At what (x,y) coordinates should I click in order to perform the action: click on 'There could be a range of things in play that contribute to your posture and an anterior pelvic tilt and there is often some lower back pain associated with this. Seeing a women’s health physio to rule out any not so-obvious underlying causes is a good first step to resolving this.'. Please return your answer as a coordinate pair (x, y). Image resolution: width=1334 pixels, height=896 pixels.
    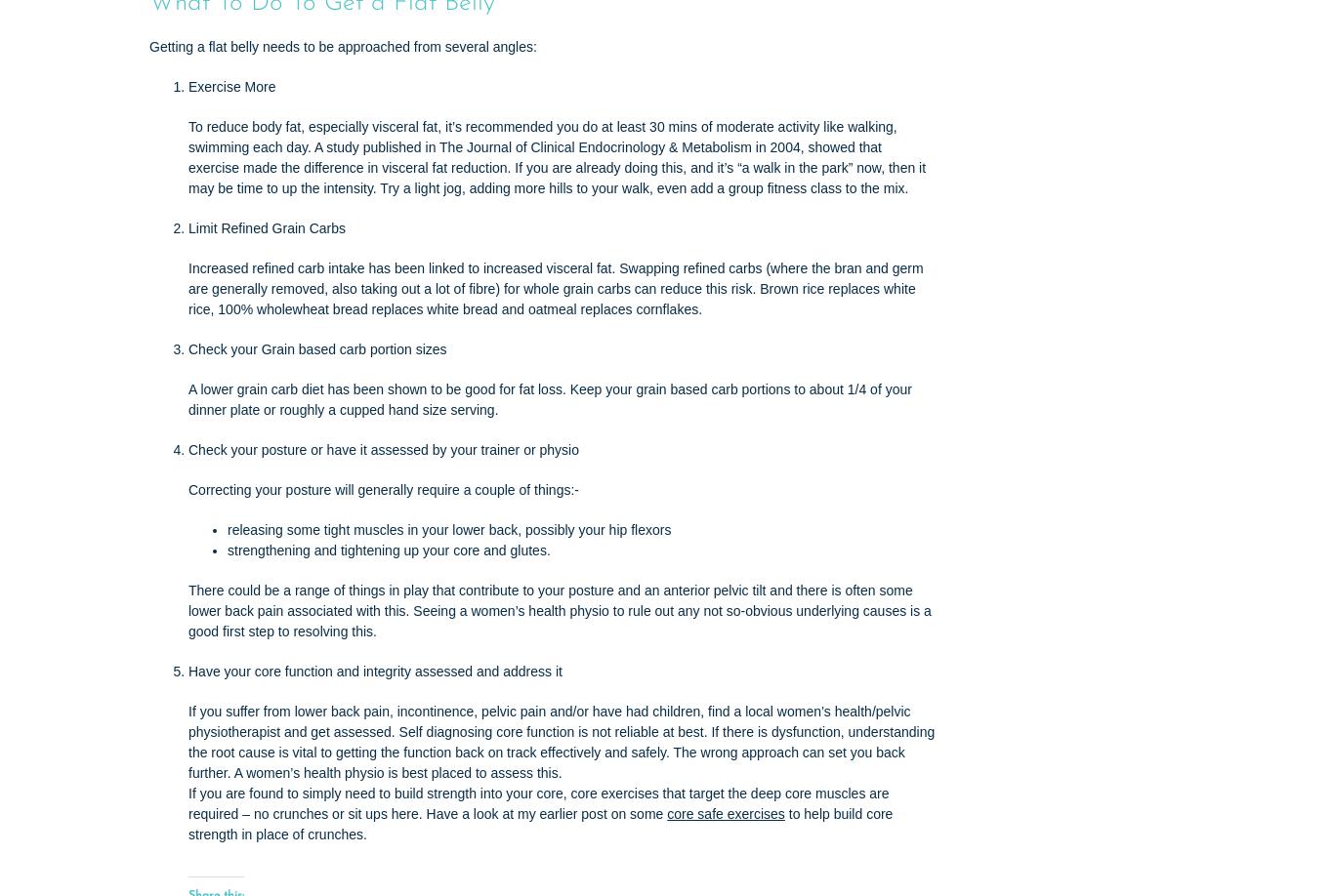
    Looking at the image, I should click on (559, 610).